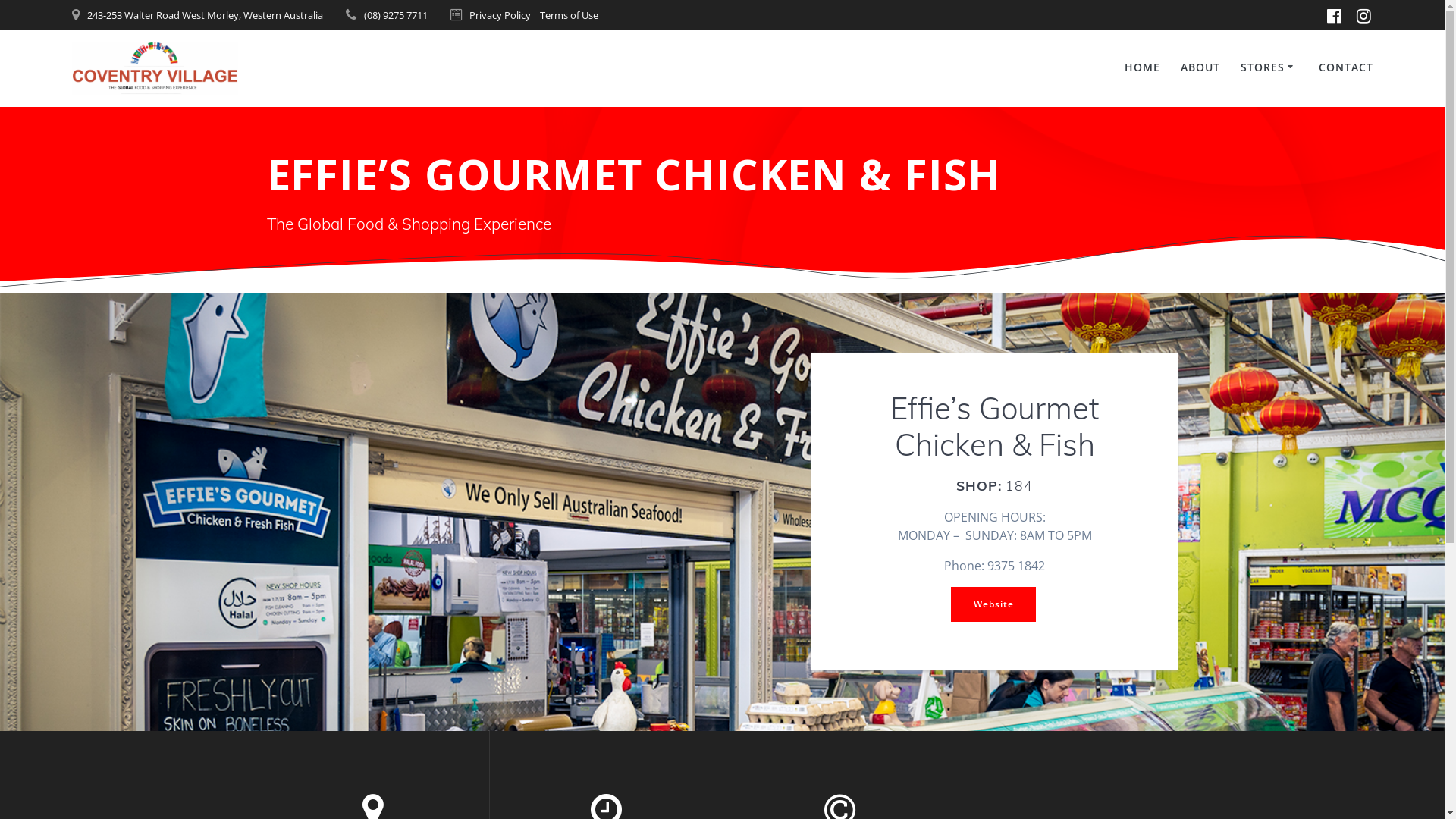 This screenshot has height=819, width=1456. Describe the element at coordinates (993, 604) in the screenshot. I see `'Website'` at that location.